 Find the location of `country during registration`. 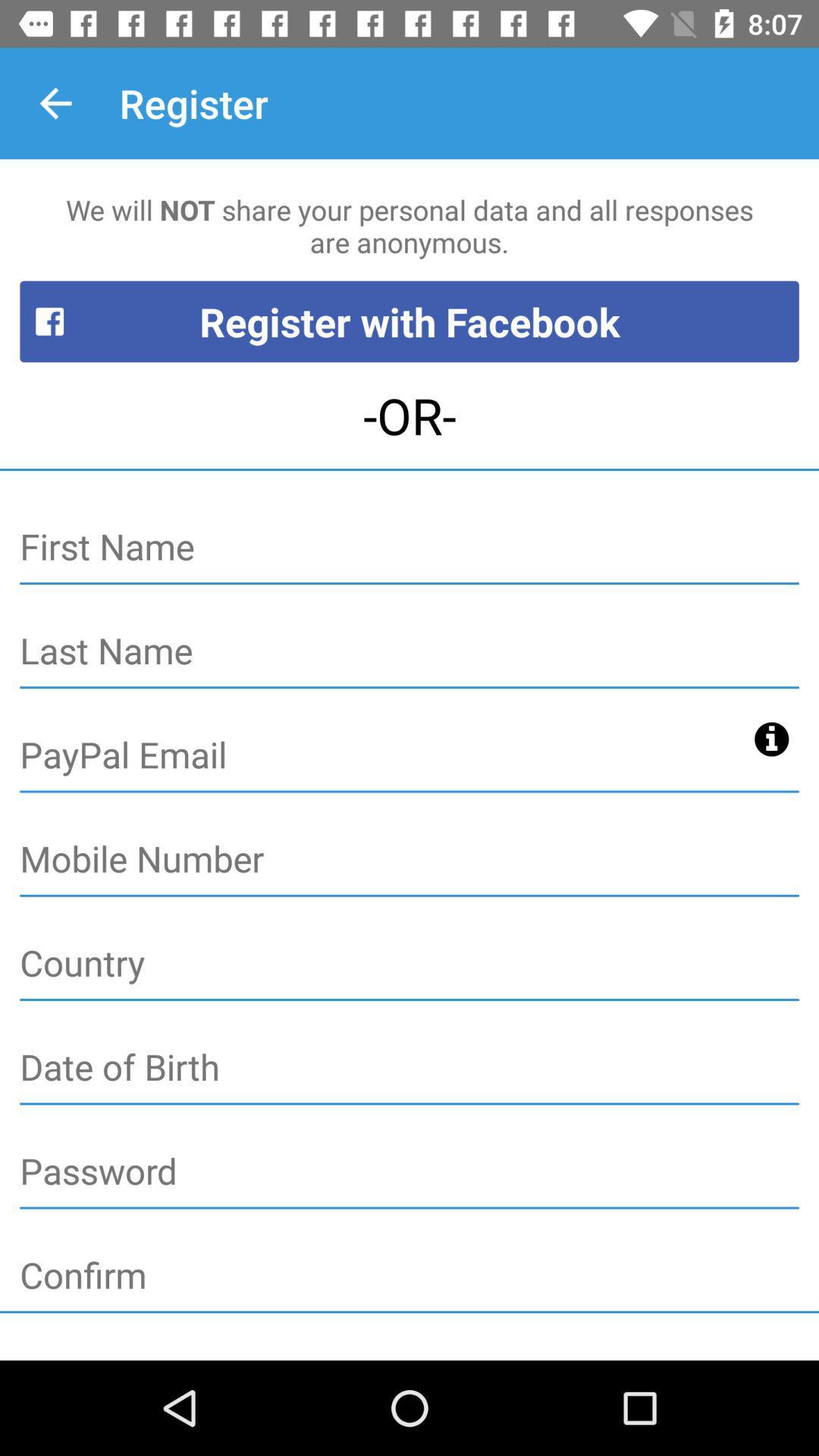

country during registration is located at coordinates (409, 963).